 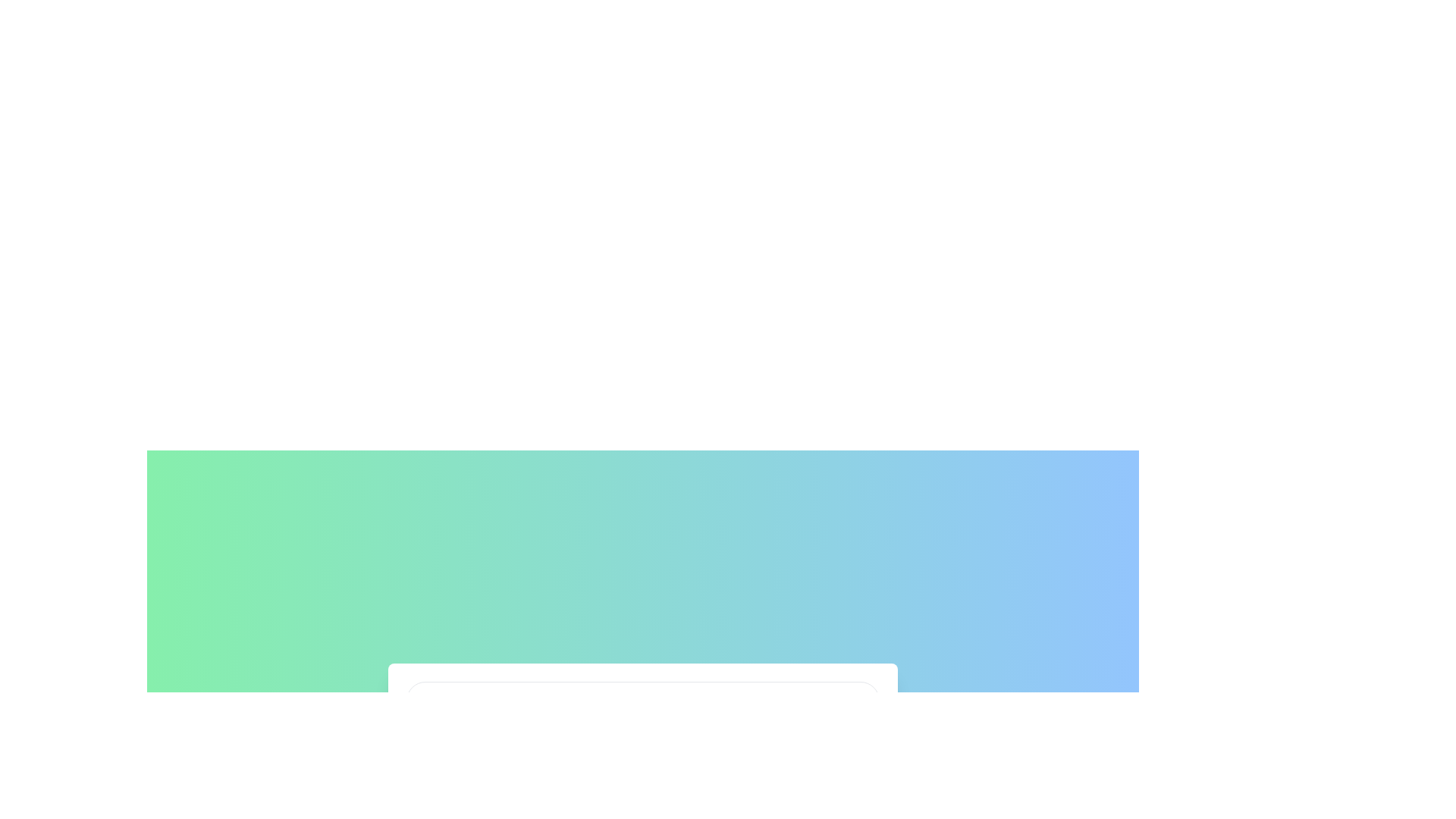 What do you see at coordinates (425, 699) in the screenshot?
I see `the SVG Circle element` at bounding box center [425, 699].